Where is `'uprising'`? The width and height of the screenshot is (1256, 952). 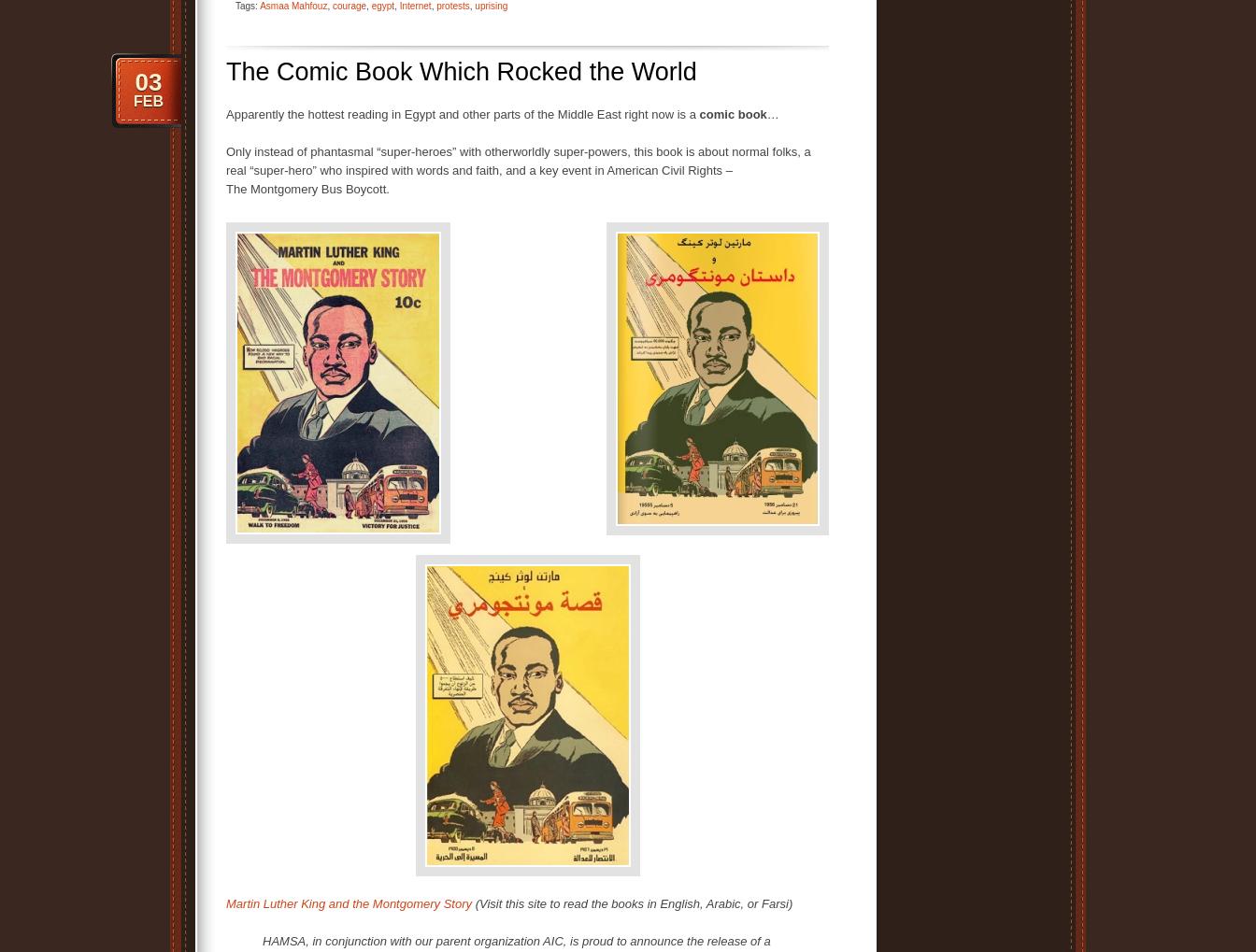
'uprising' is located at coordinates (475, 5).